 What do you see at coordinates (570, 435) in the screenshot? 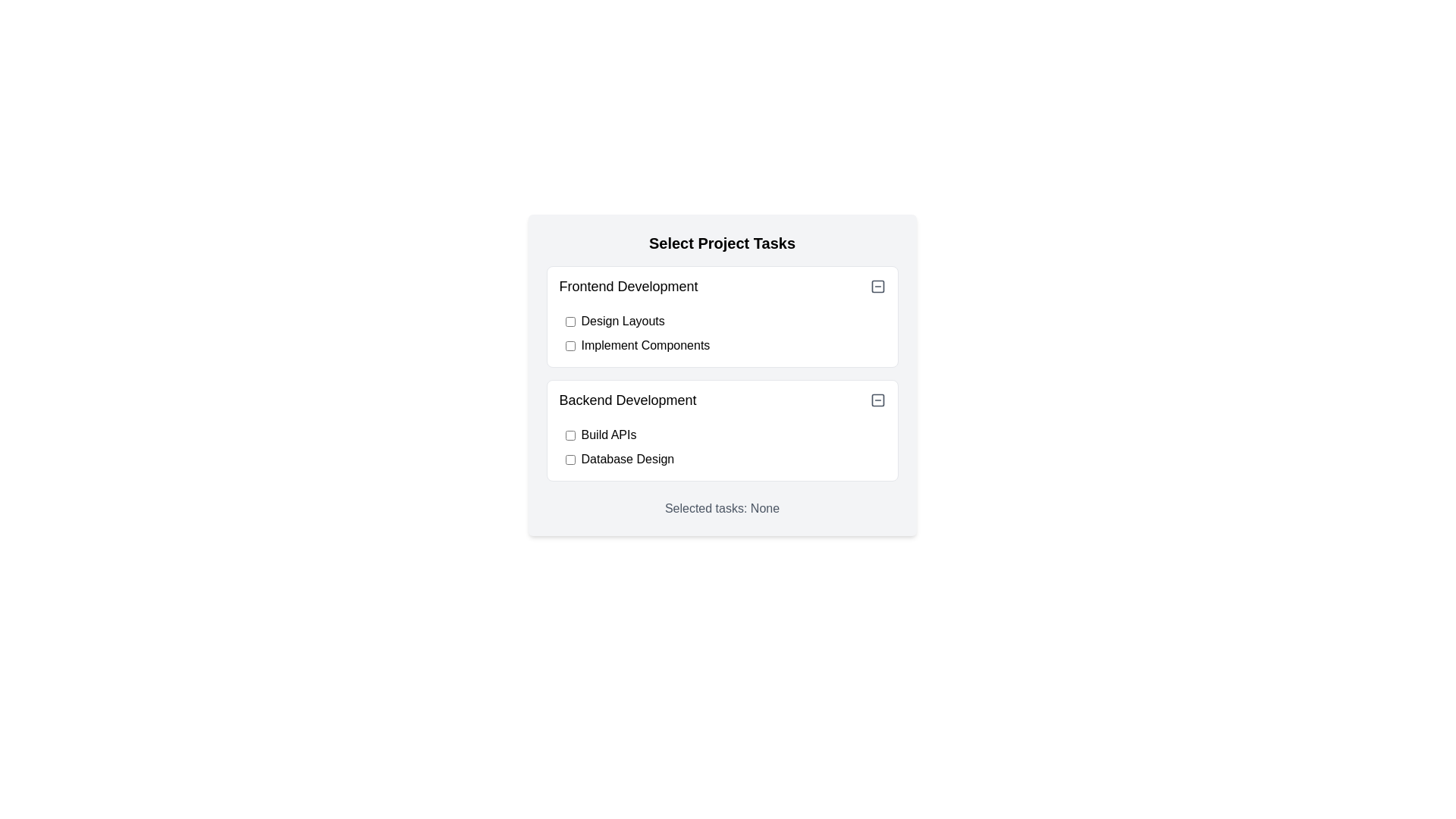
I see `the checkbox` at bounding box center [570, 435].